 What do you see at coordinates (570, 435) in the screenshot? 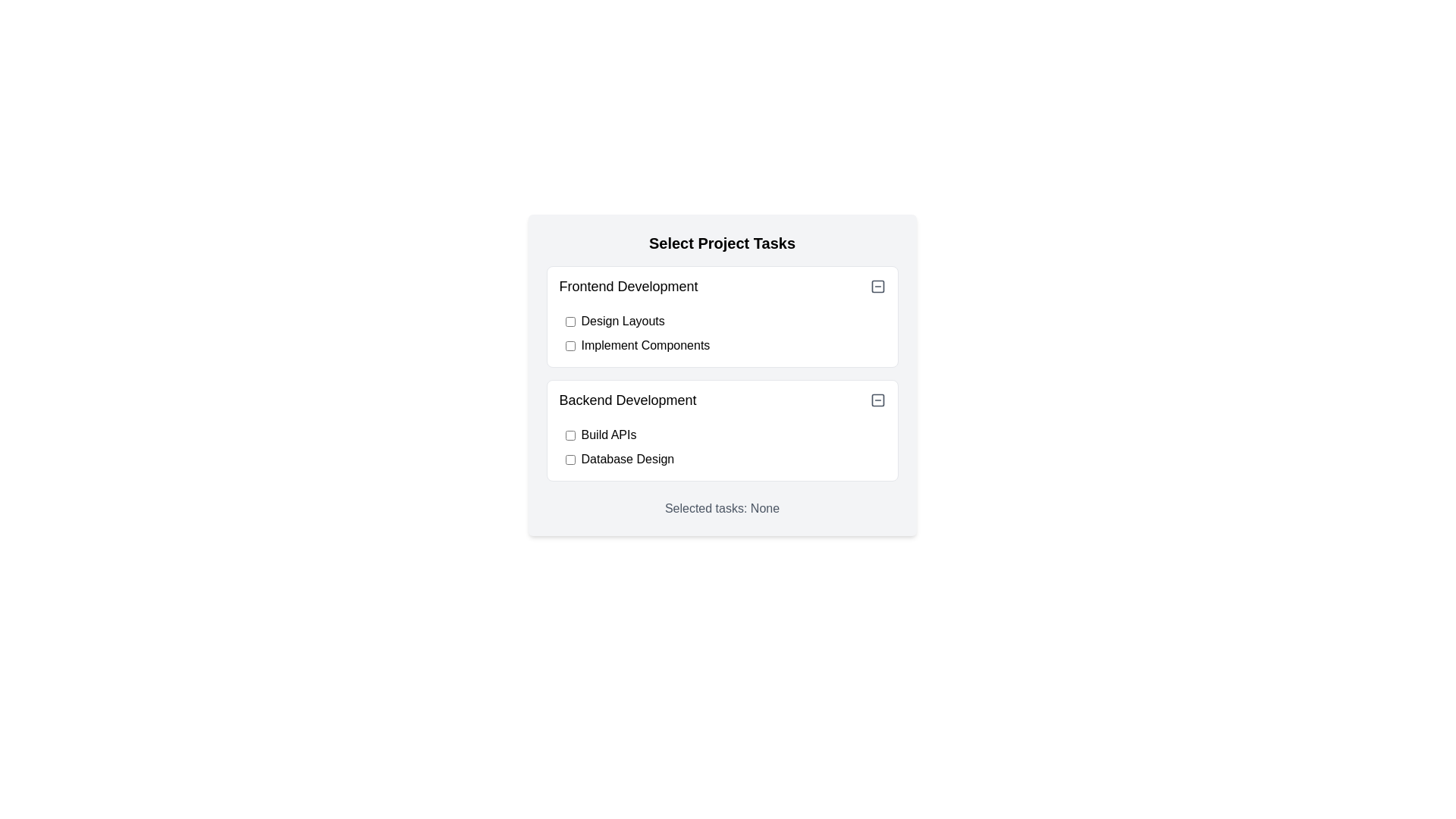
I see `the checkbox` at bounding box center [570, 435].